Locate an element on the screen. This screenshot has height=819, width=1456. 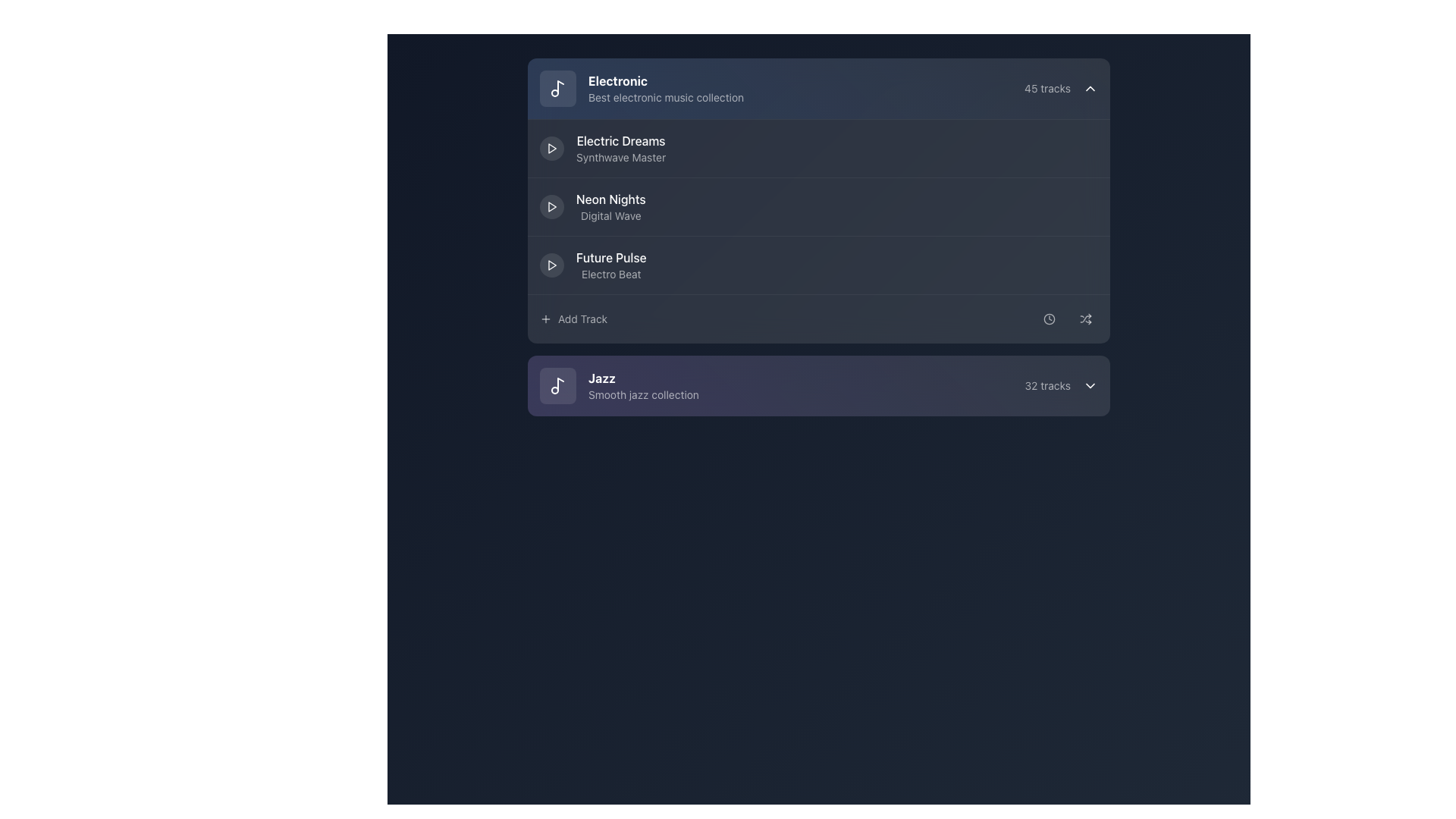
the 'Add New Track' text label located at the bottom of the 'Electronic' music collection list, adjacent to the '+' icon is located at coordinates (582, 318).